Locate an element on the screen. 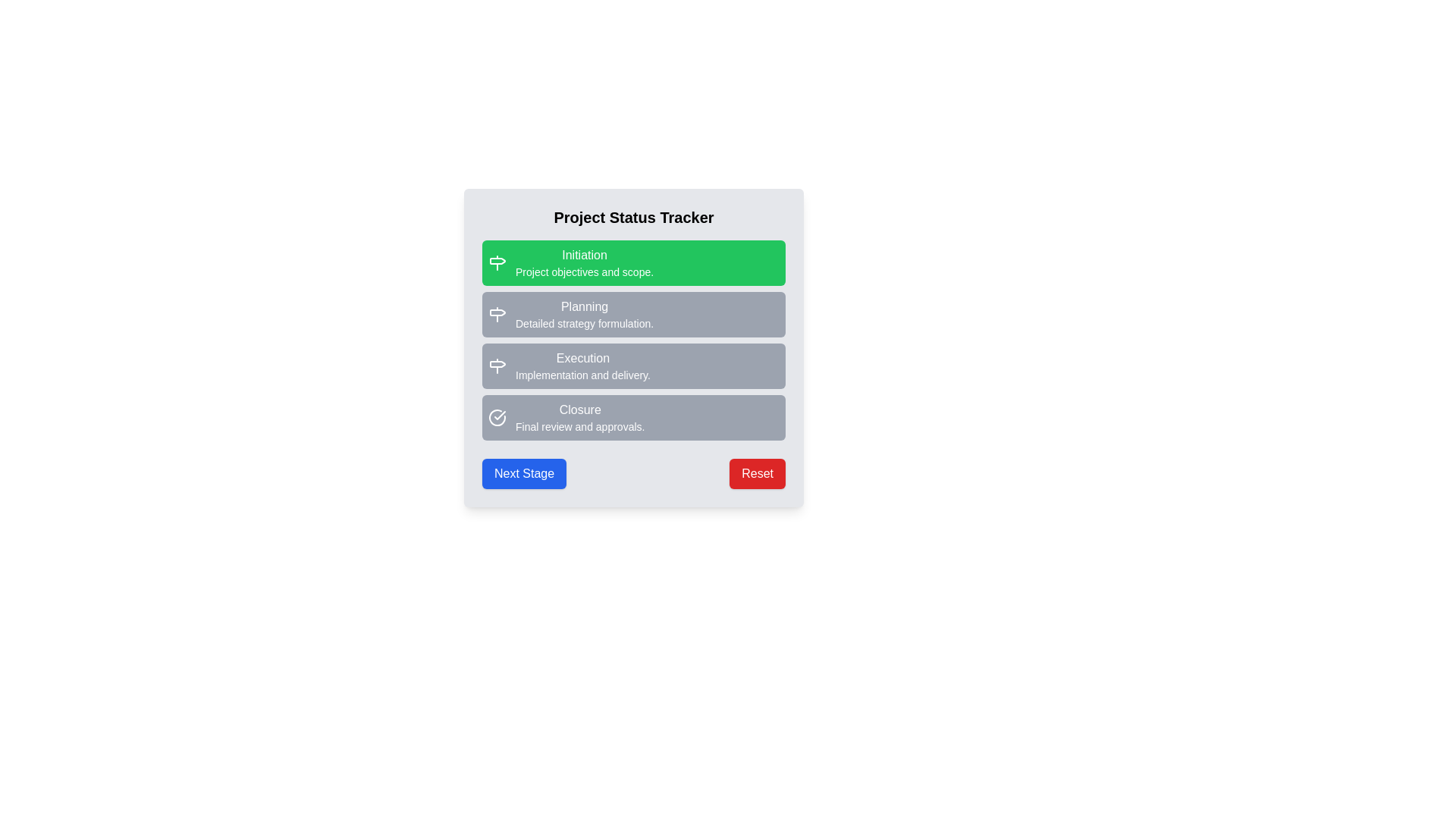 This screenshot has width=1456, height=819. the text label displaying 'Execution' in bold font, which is part of a vertically stacked list of items in the center of the interface is located at coordinates (582, 366).